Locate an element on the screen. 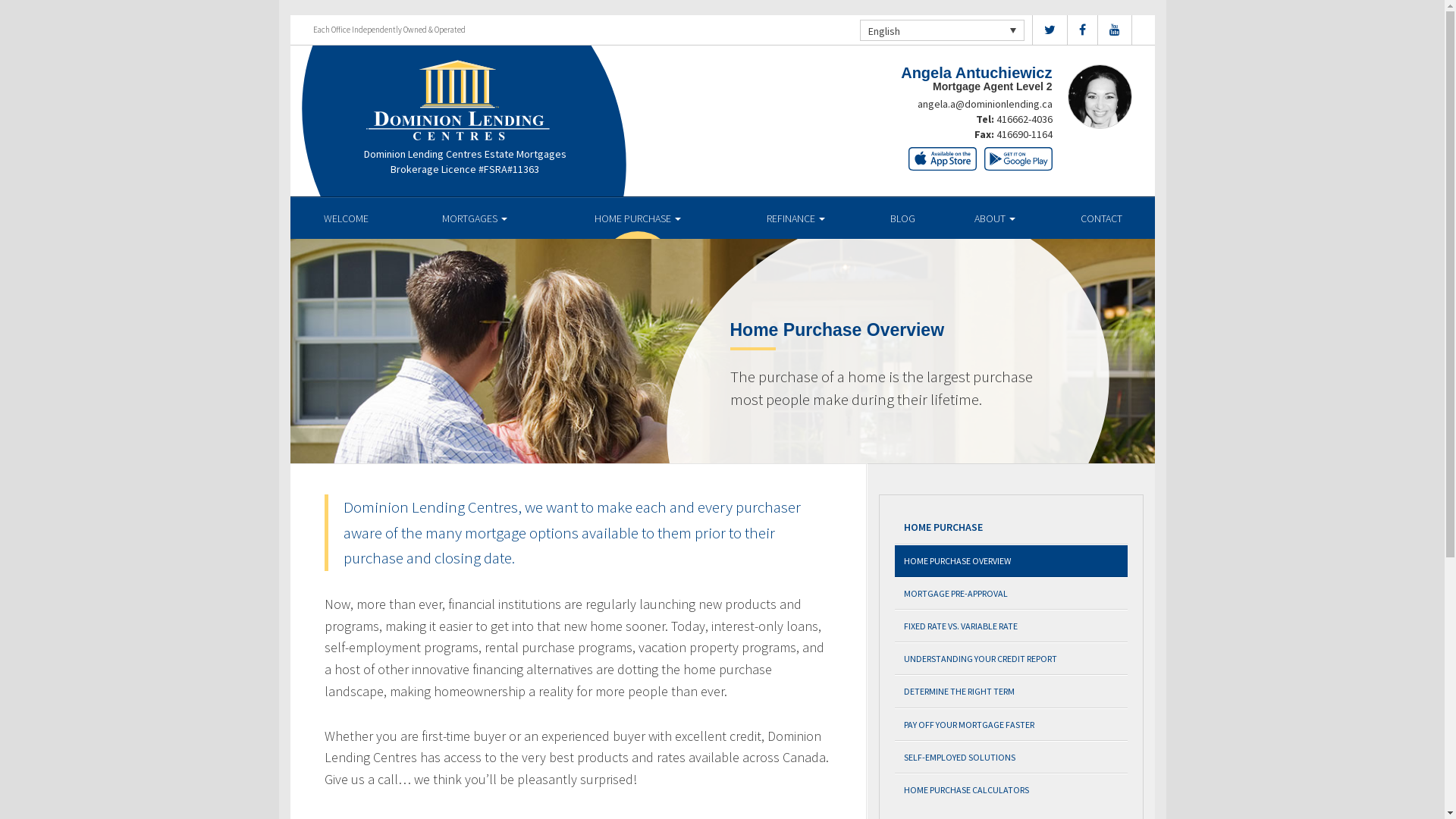 This screenshot has width=1456, height=819. 'HOME PURCHASE OVERVIEW' is located at coordinates (1011, 560).